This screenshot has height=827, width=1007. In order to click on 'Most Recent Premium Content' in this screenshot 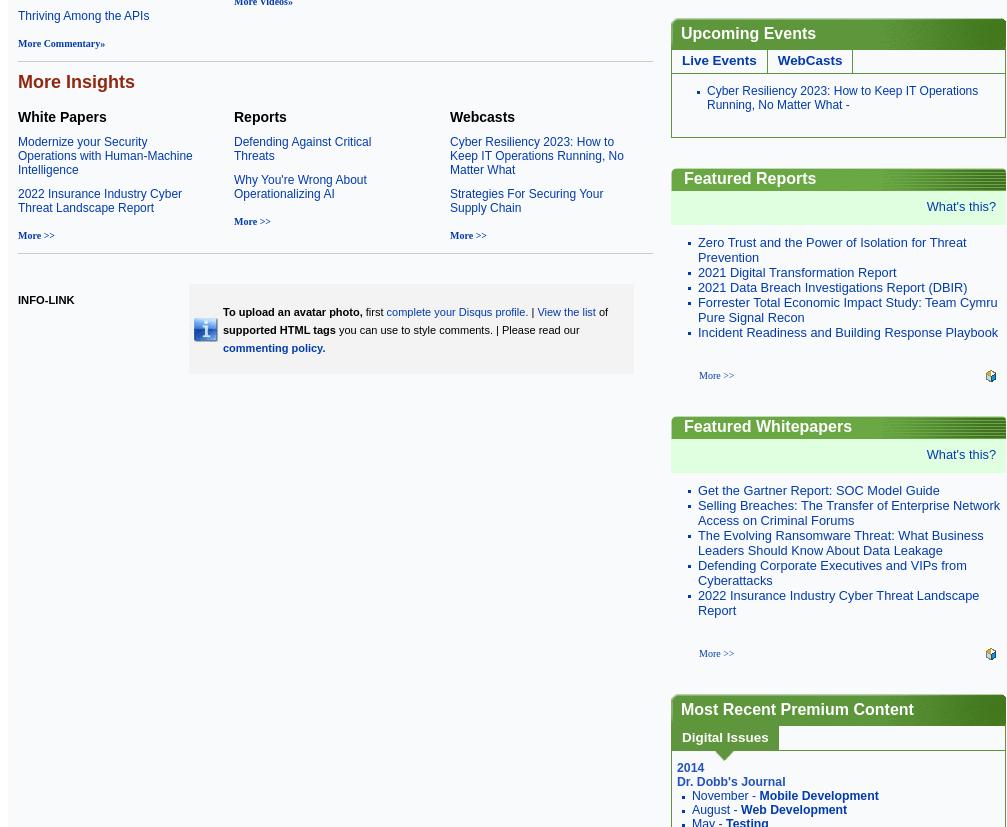, I will do `click(796, 709)`.